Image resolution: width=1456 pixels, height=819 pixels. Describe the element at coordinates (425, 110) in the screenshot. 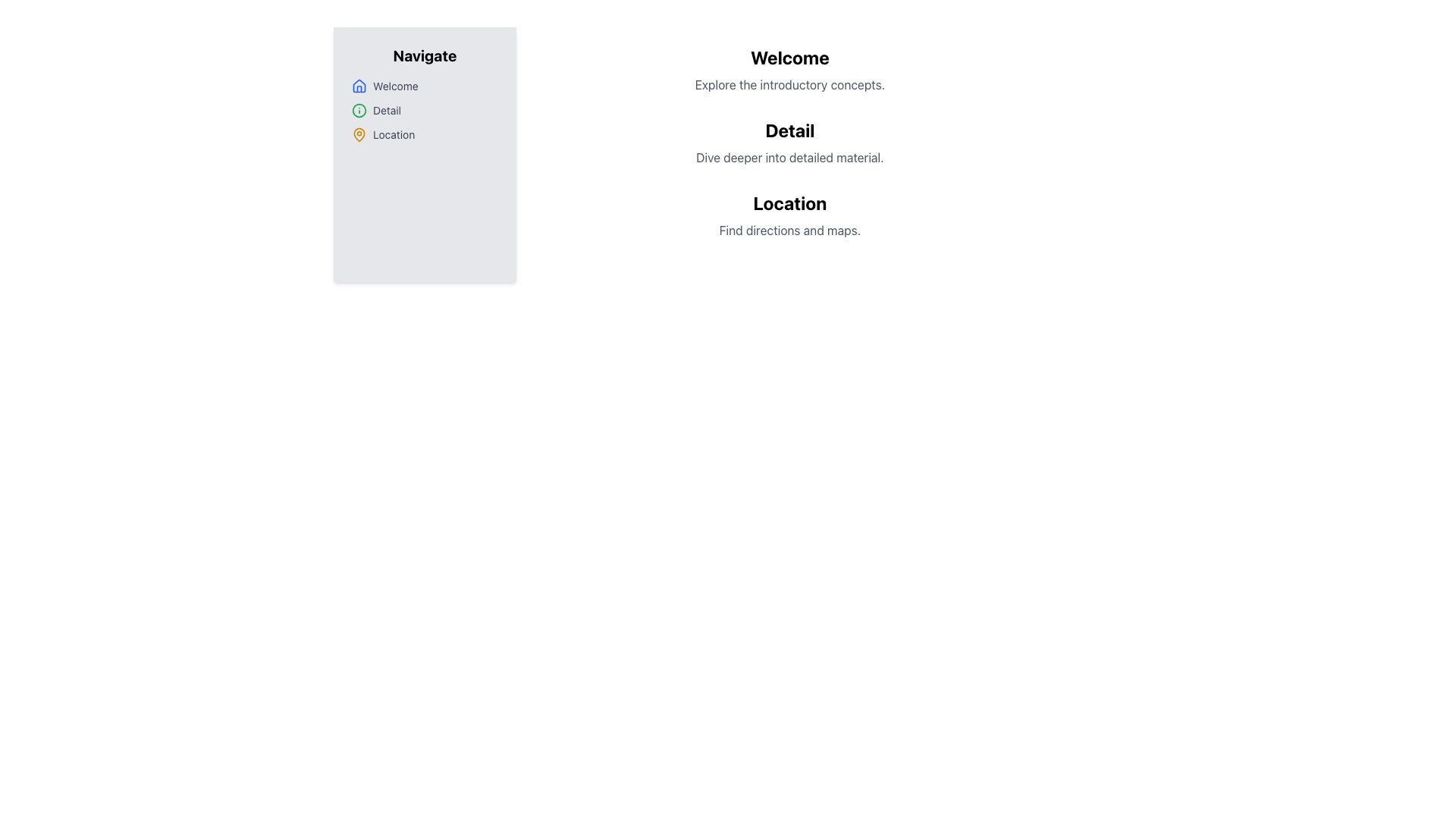

I see `the second navigational link or button in the top-left panel that follows the 'Welcome' item and precedes the 'Location' item for navigation` at that location.